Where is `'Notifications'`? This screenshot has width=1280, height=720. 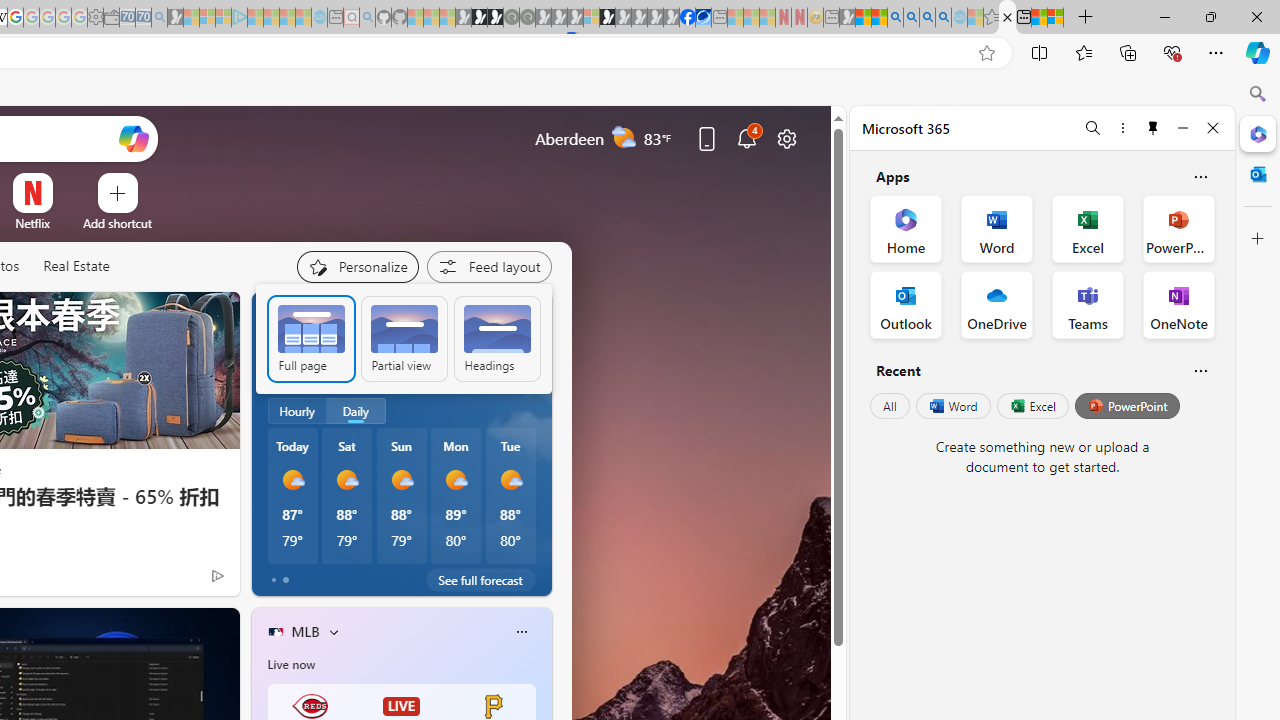 'Notifications' is located at coordinates (745, 137).